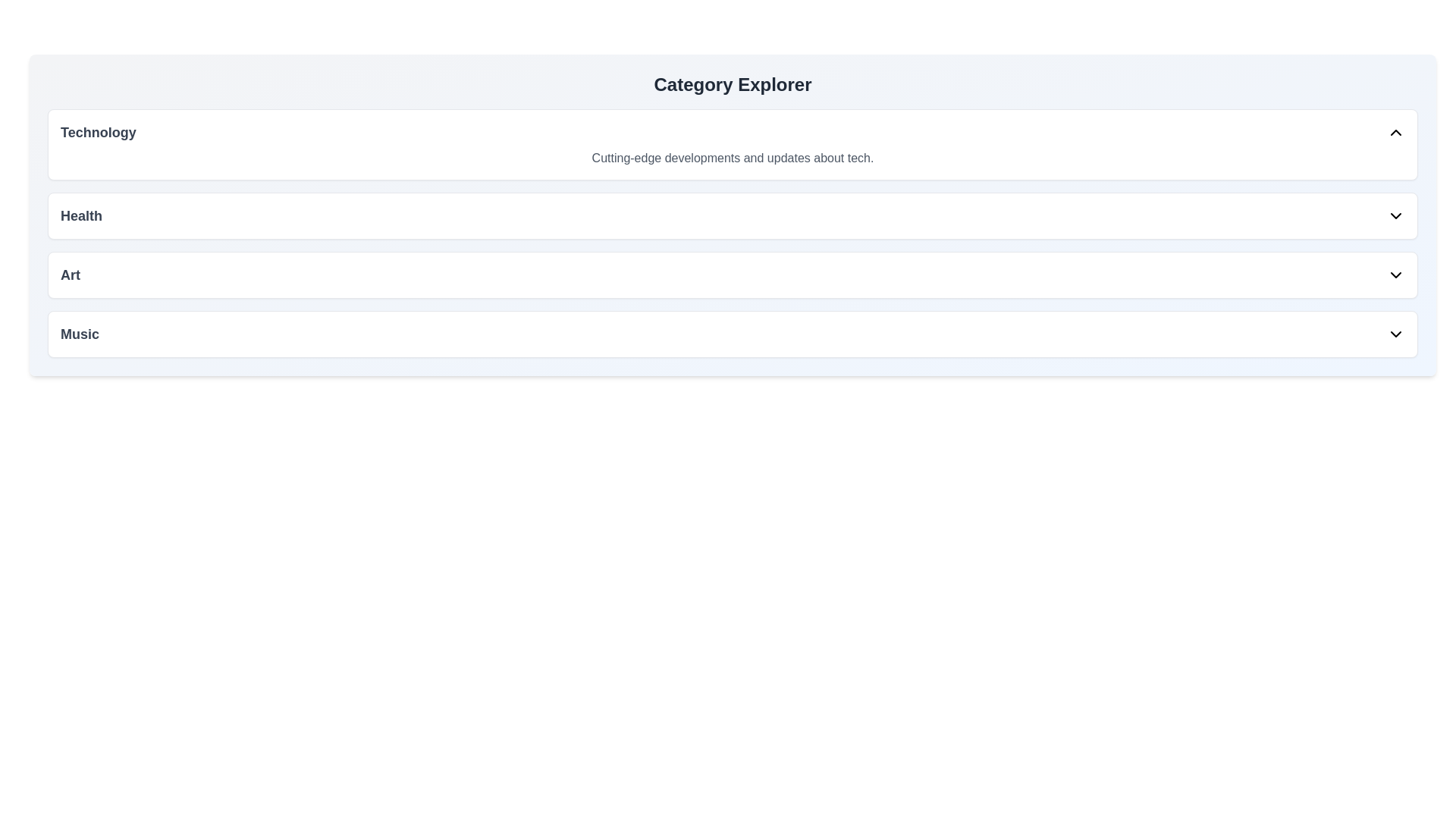 This screenshot has height=819, width=1456. What do you see at coordinates (79, 333) in the screenshot?
I see `the title of the category Music to view its details` at bounding box center [79, 333].